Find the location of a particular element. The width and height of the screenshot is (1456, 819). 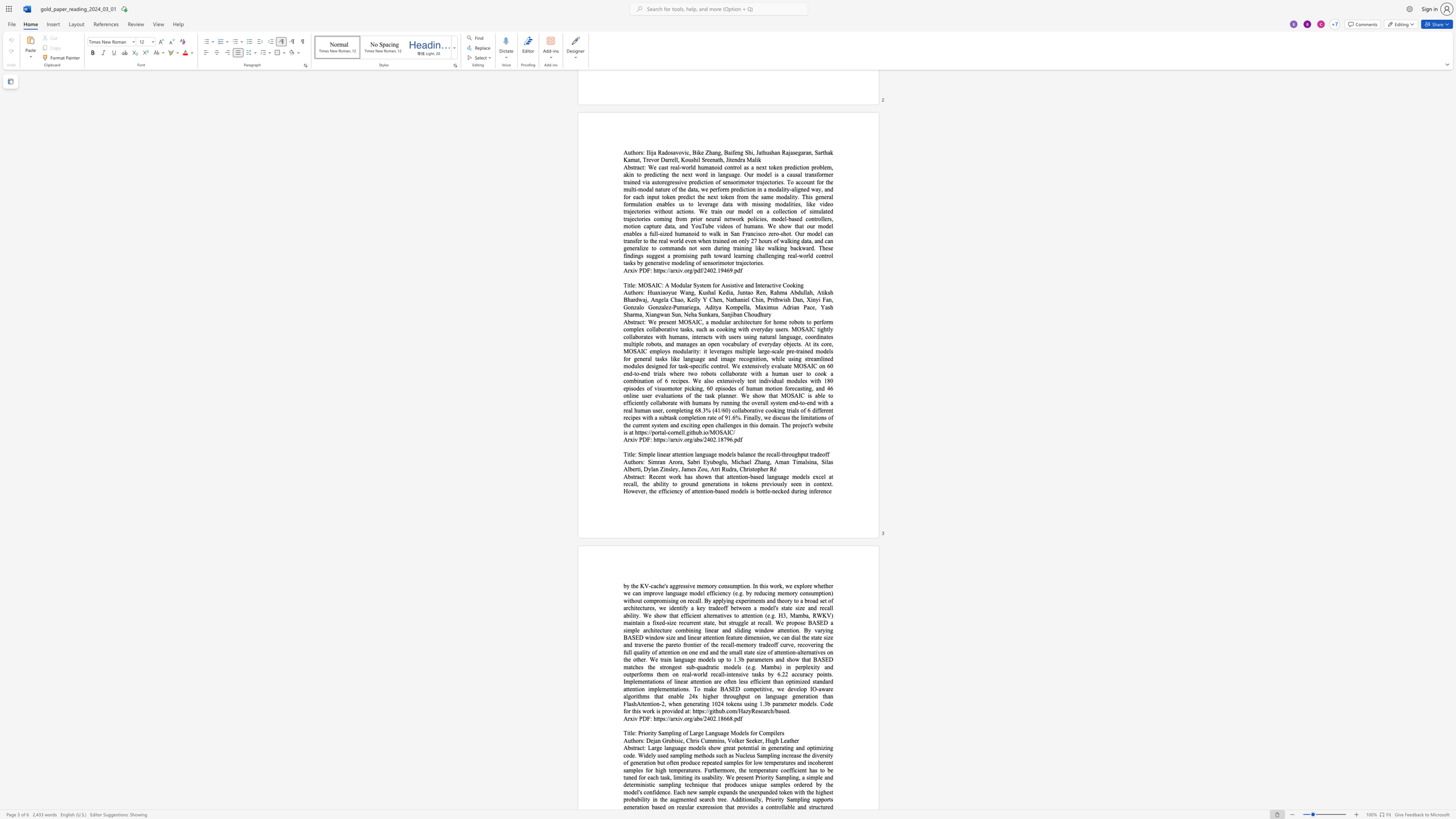

the space between the continuous character "F" and ":" in the text is located at coordinates (649, 439).